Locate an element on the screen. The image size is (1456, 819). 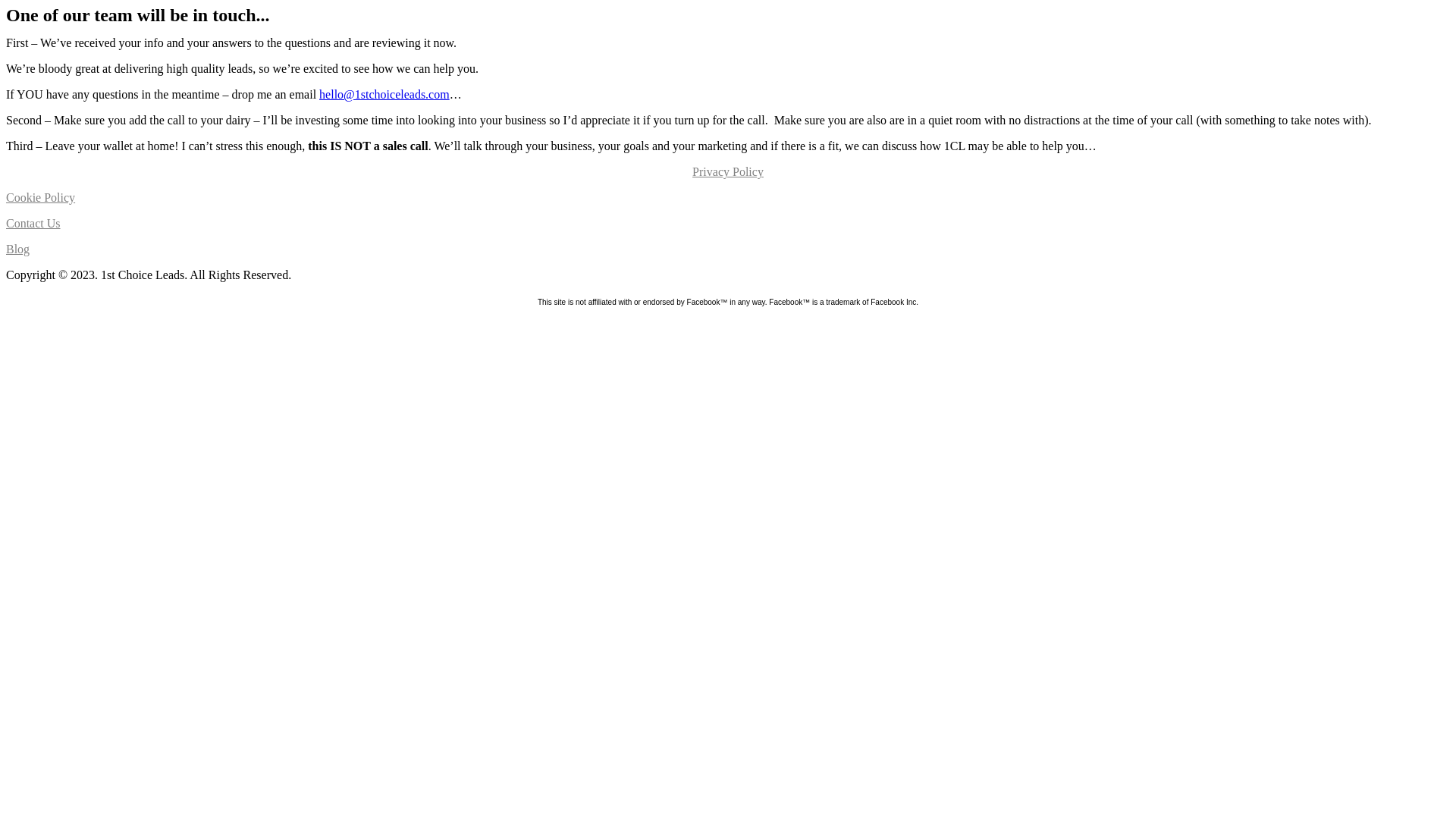
'Privacy Policy' is located at coordinates (728, 171).